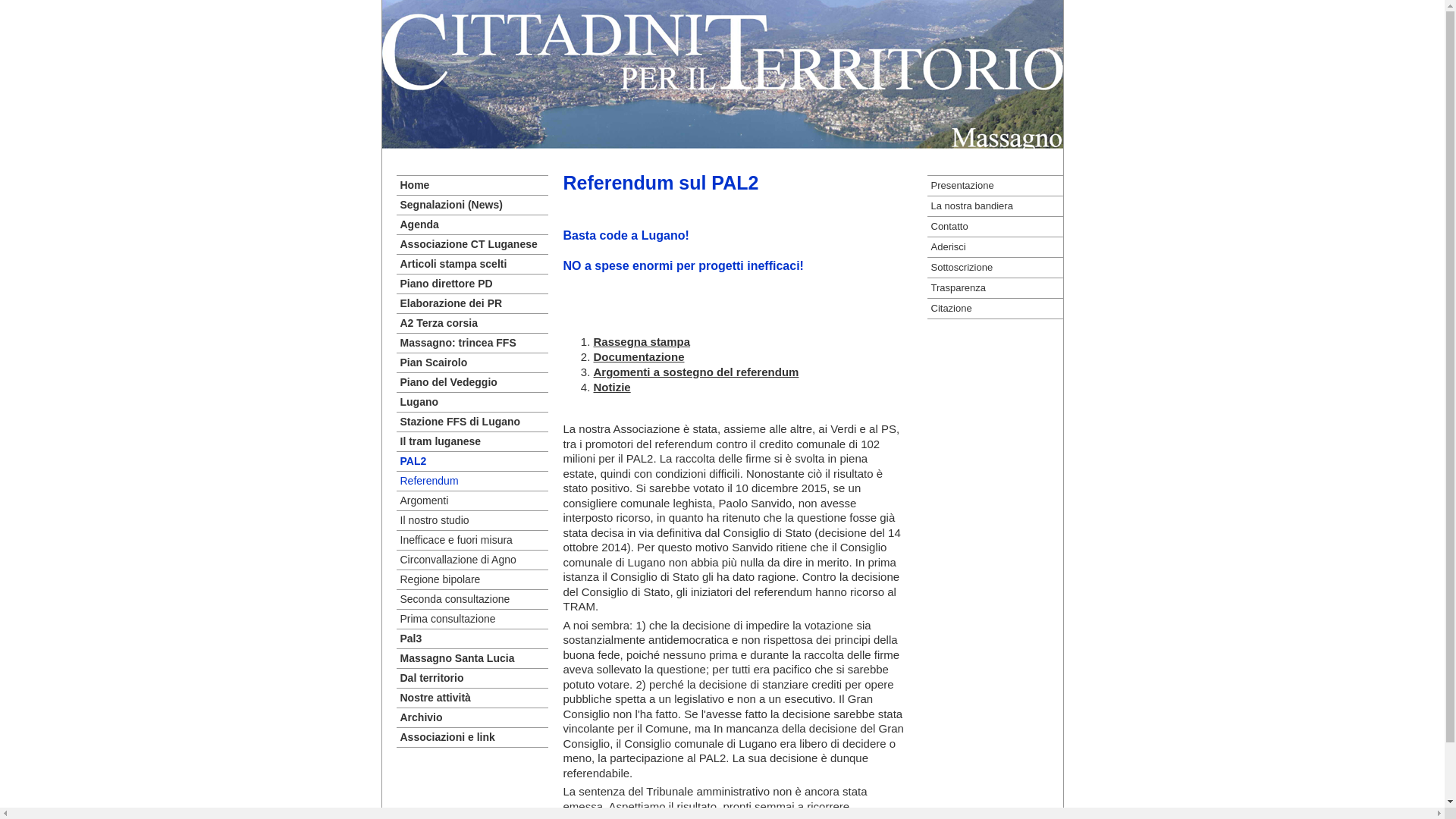 The width and height of the screenshot is (1456, 819). Describe the element at coordinates (641, 341) in the screenshot. I see `'Rassegna stampa'` at that location.